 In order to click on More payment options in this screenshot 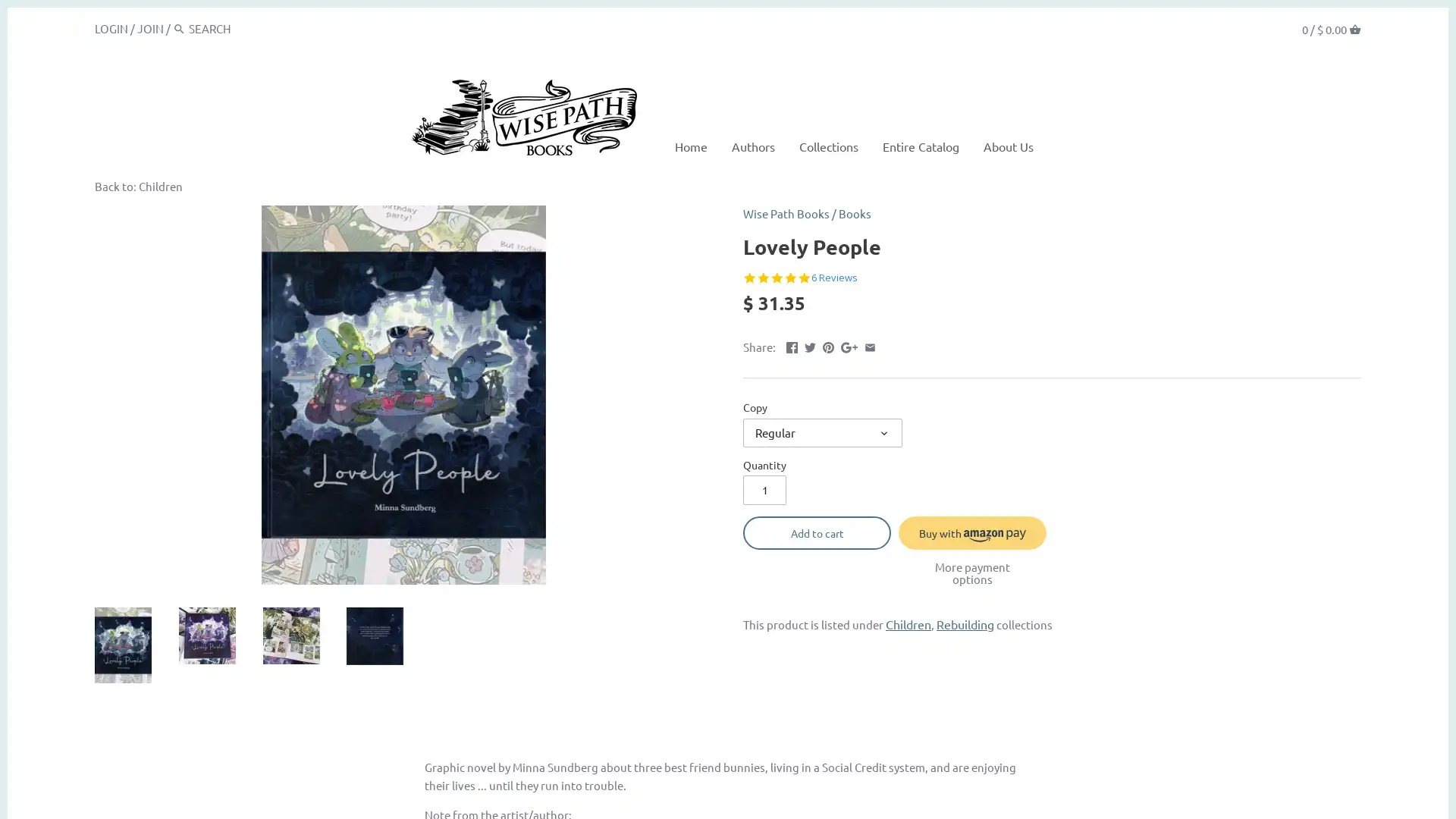, I will do `click(972, 573)`.